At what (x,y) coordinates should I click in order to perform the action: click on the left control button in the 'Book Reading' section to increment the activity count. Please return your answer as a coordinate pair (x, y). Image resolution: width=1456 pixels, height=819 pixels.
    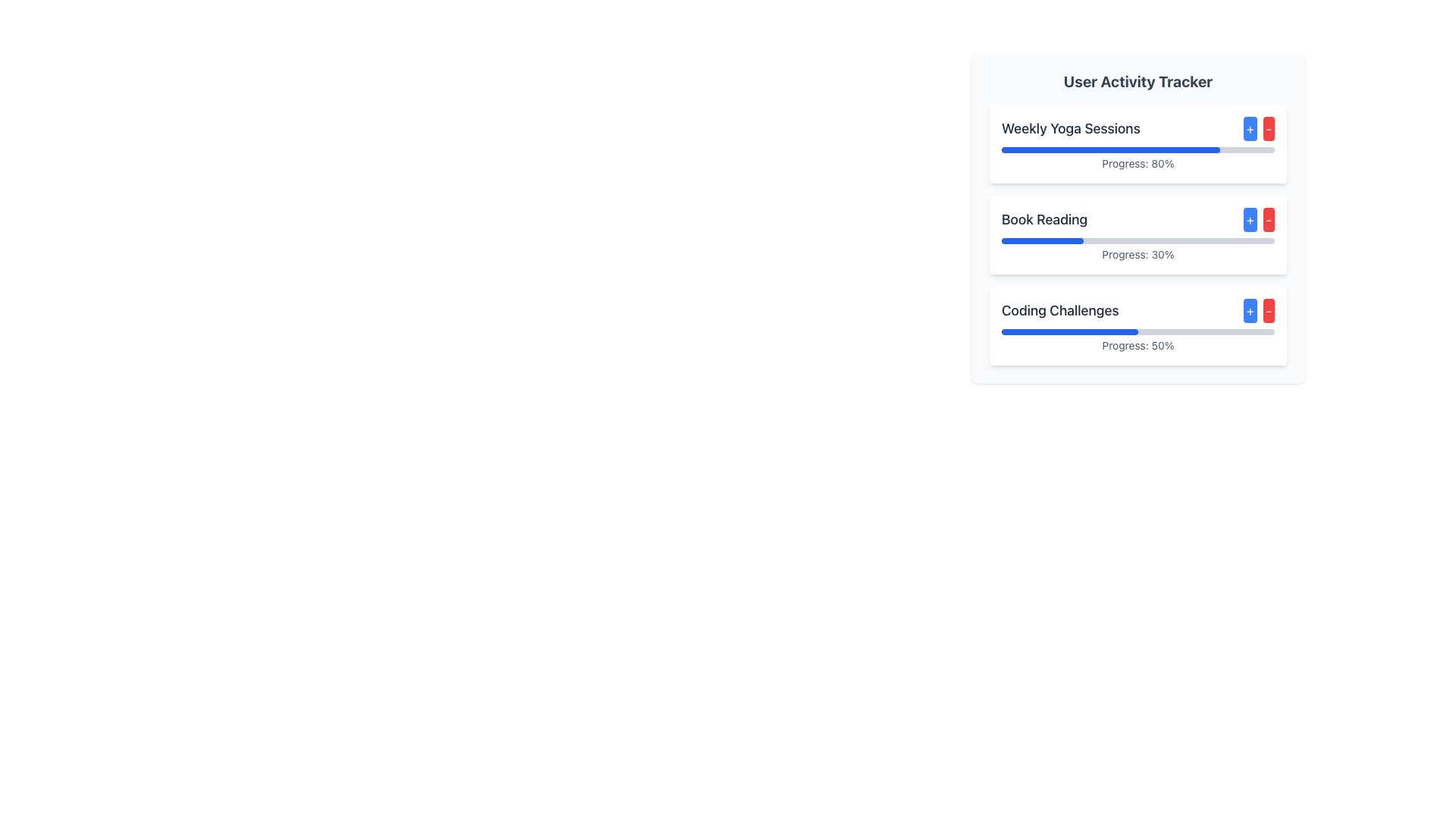
    Looking at the image, I should click on (1250, 219).